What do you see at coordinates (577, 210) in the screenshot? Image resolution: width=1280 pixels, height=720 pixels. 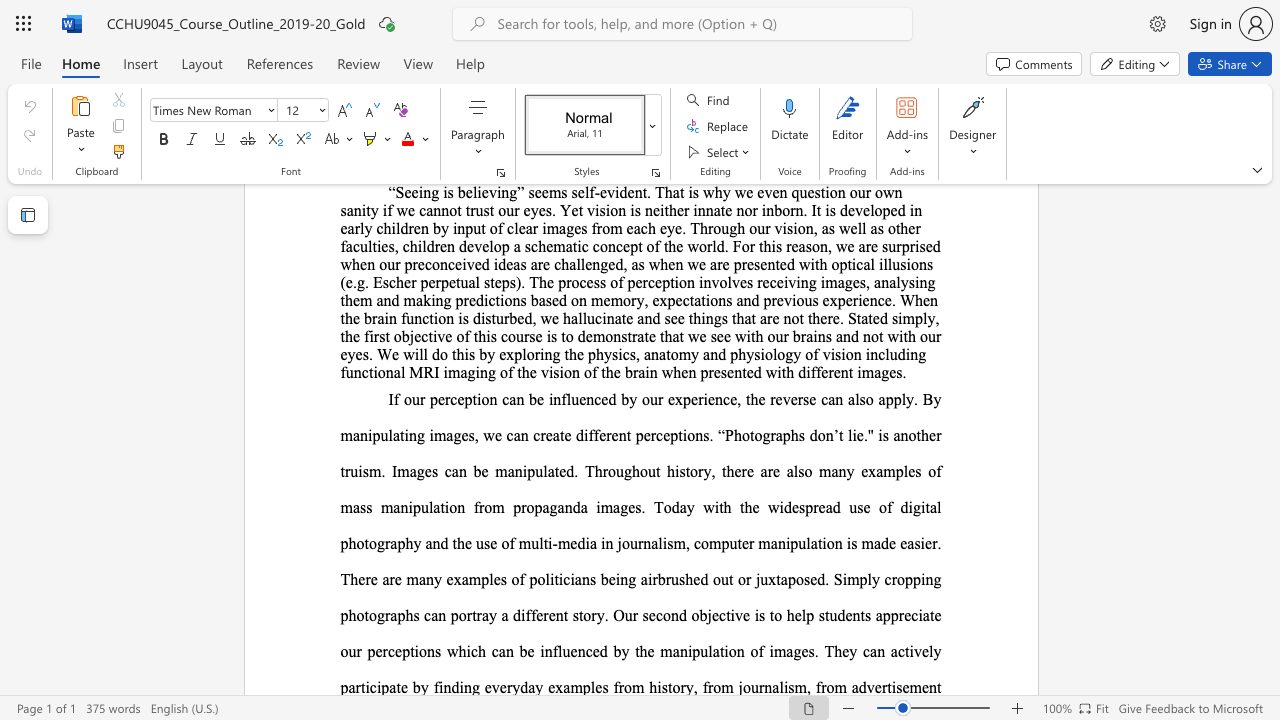 I see `the subset text "t vision is neither innate nor inborn. It is developed in early children by input of clear images from each eye. Through our vision, as well as other faculties, children develop a schematic concept of the world. For this reason, we a" within the text "“Seeing is believing” seems self-evident. That is why we even question our own sanity if we cannot trust our eyes. Yet vision is neither innate nor inborn. It is developed in early children by input of clear images from each eye. Through our vision, as well as other faculties, children develop a schematic concept of the world. For this reason, we are surprised when our preconceived ideas are challenged, as when we are presented with optical illusions (e.g. Escher perpetual steps). The process of perception"` at bounding box center [577, 210].